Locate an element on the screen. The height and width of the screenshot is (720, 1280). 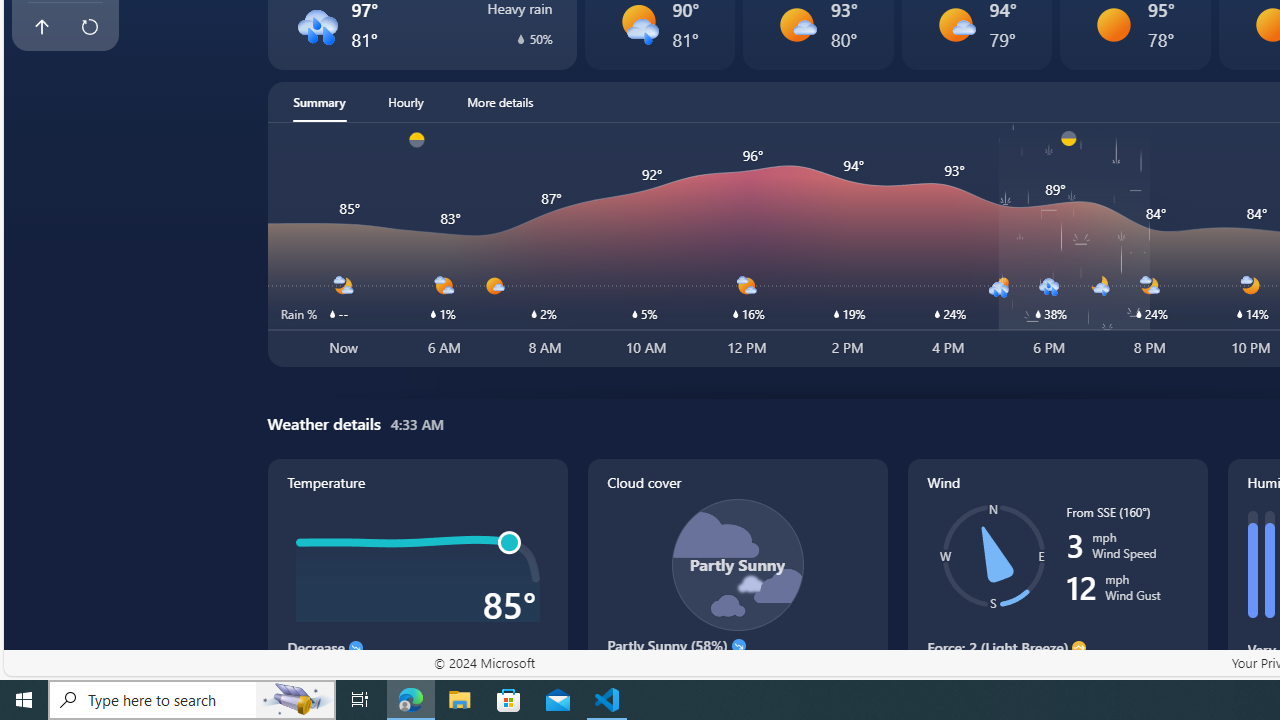
'Cloud cover' is located at coordinates (736, 584).